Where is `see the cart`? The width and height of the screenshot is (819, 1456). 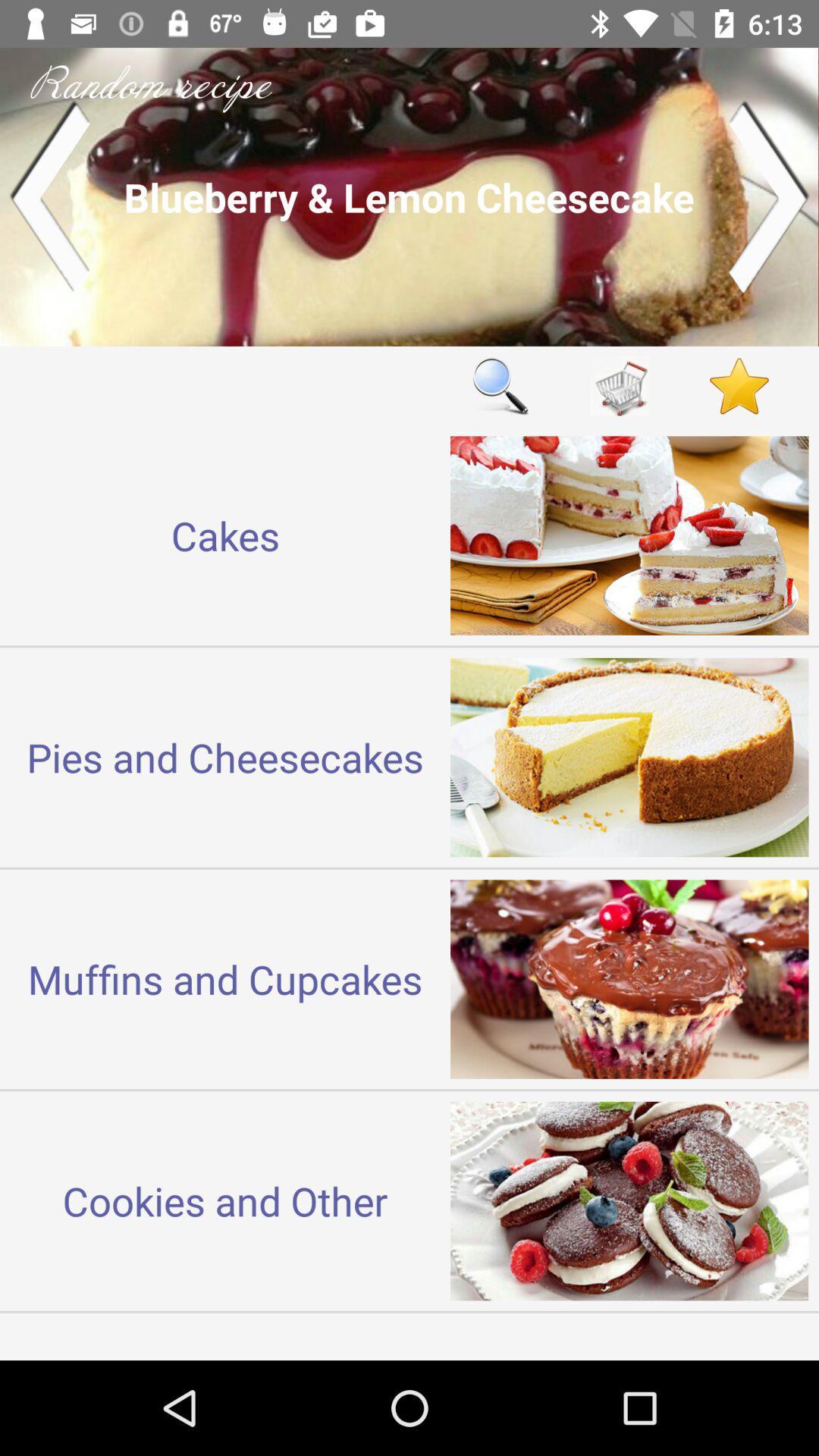 see the cart is located at coordinates (620, 386).